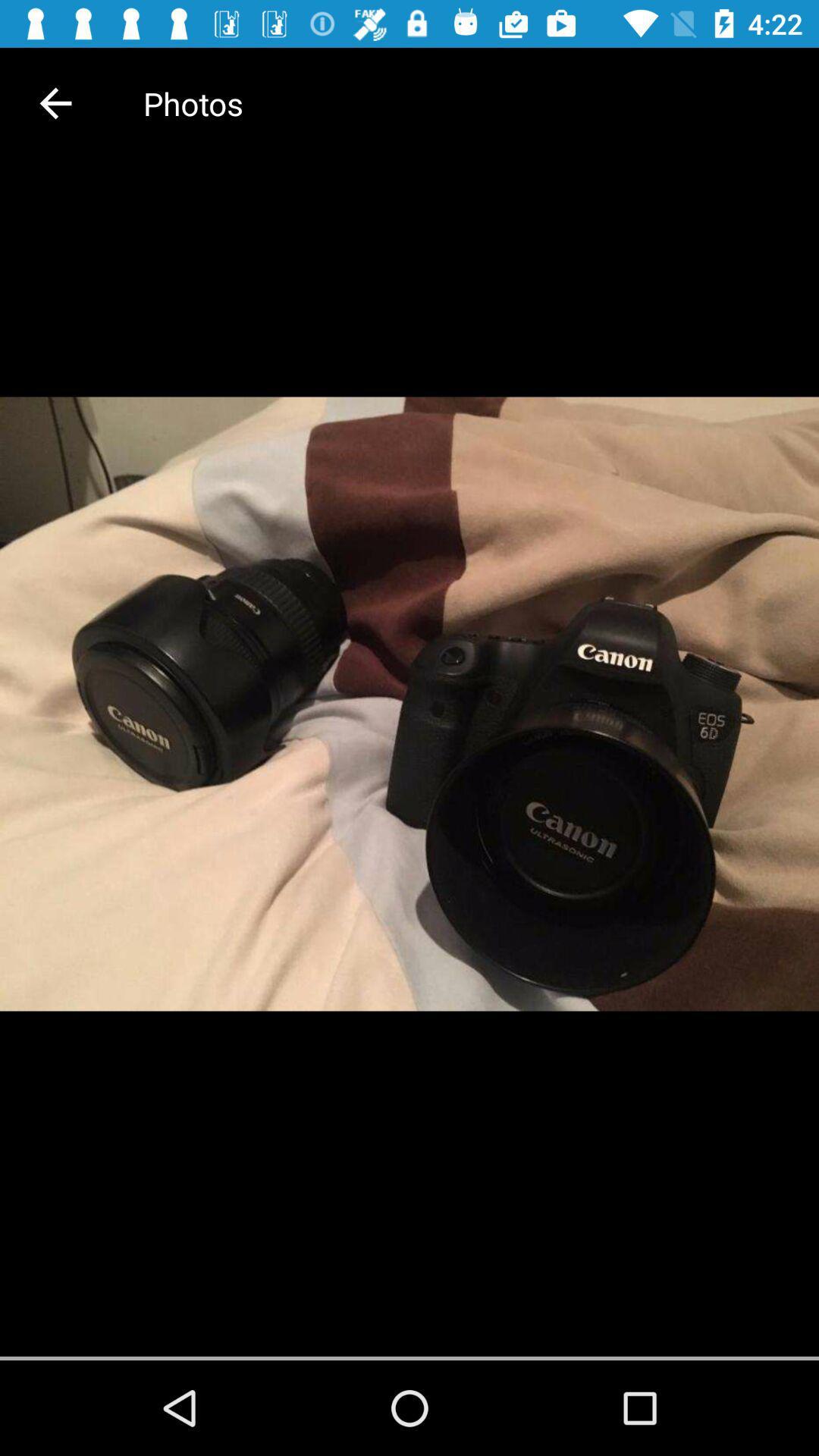 The width and height of the screenshot is (819, 1456). Describe the element at coordinates (55, 102) in the screenshot. I see `item next to the photos icon` at that location.